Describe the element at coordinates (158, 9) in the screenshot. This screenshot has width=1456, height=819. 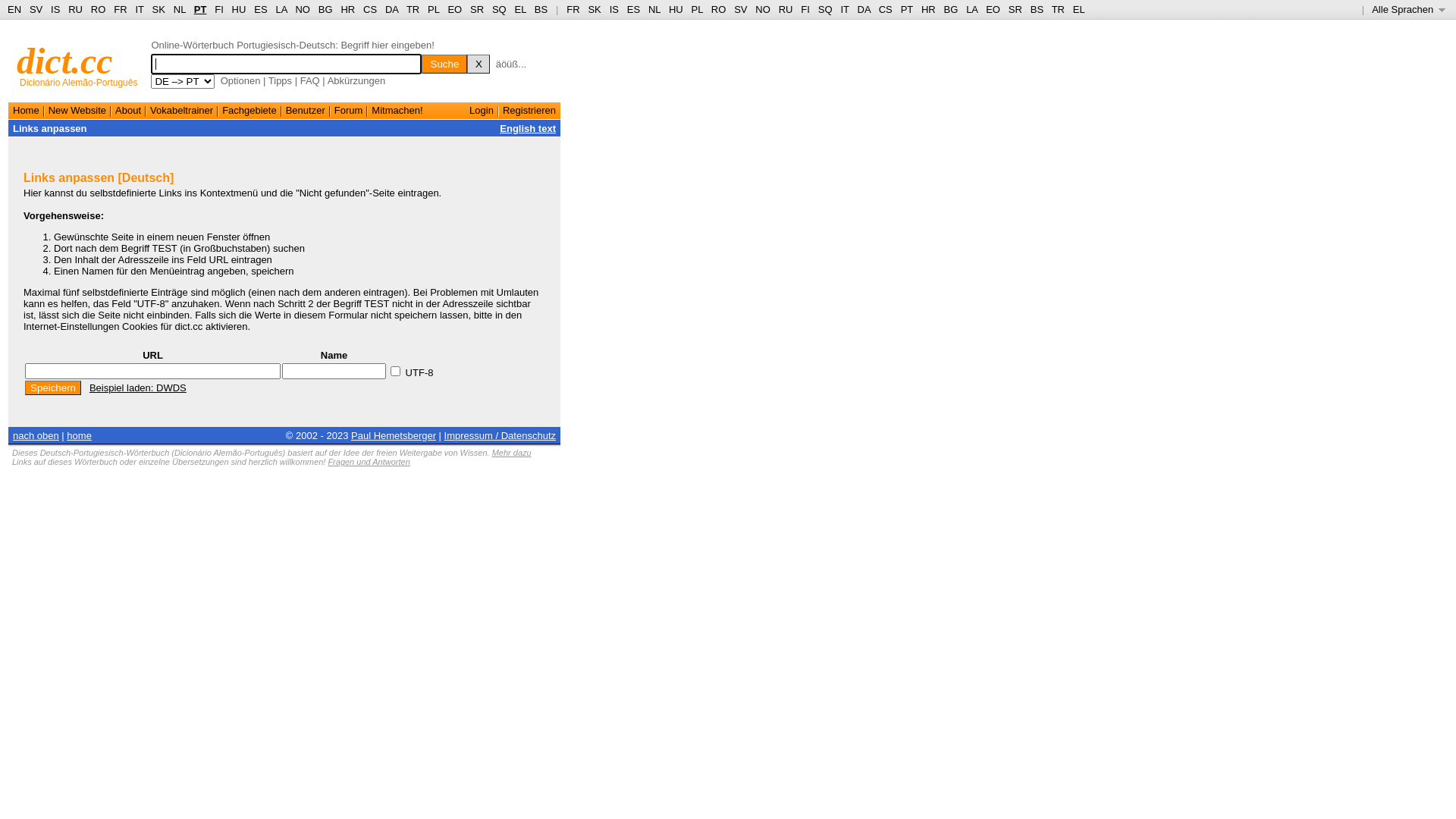
I see `'SK'` at that location.